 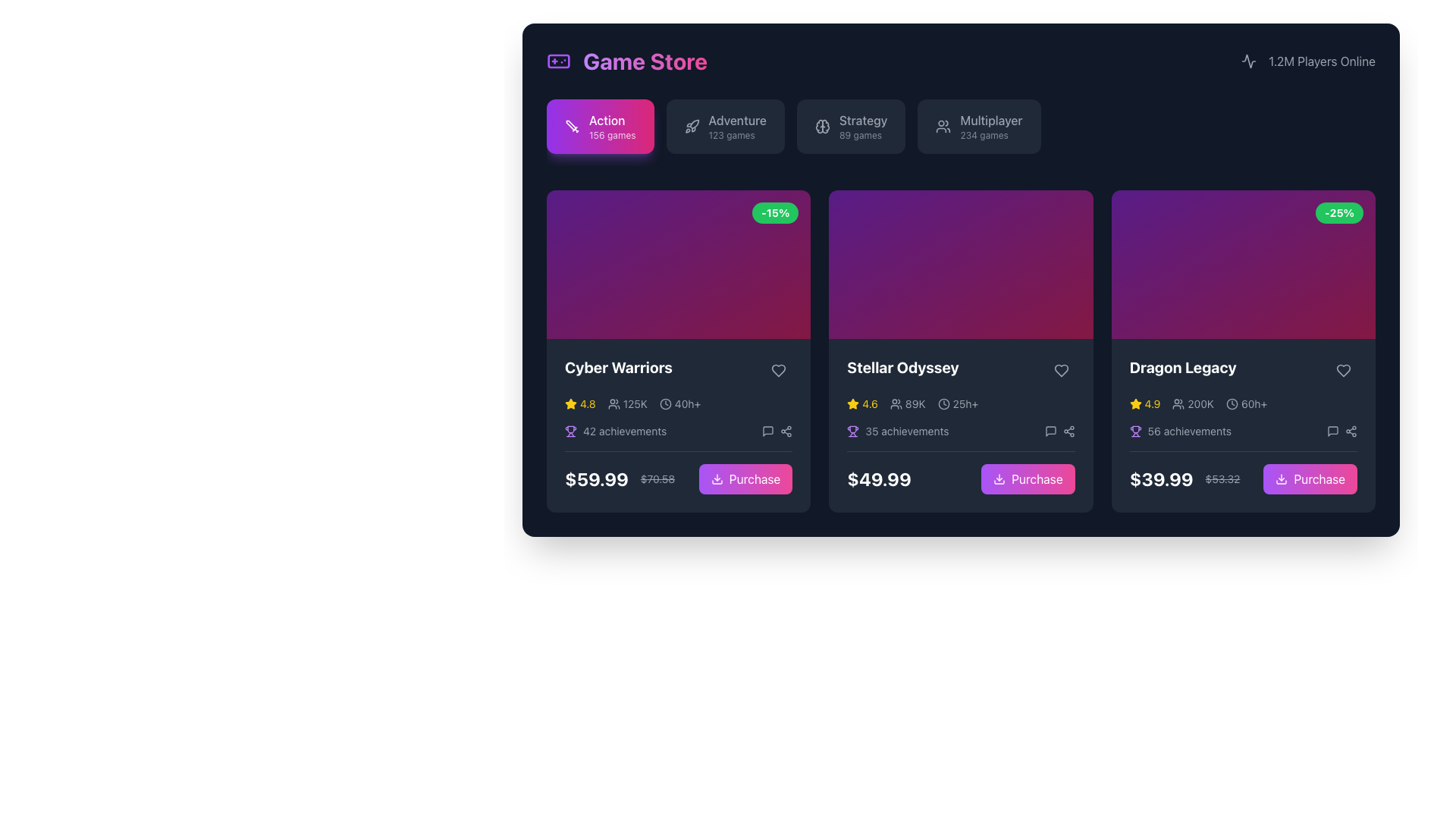 I want to click on information displayed on the text label '156 games', which is located below the 'Action' button in the UI, so click(x=612, y=134).